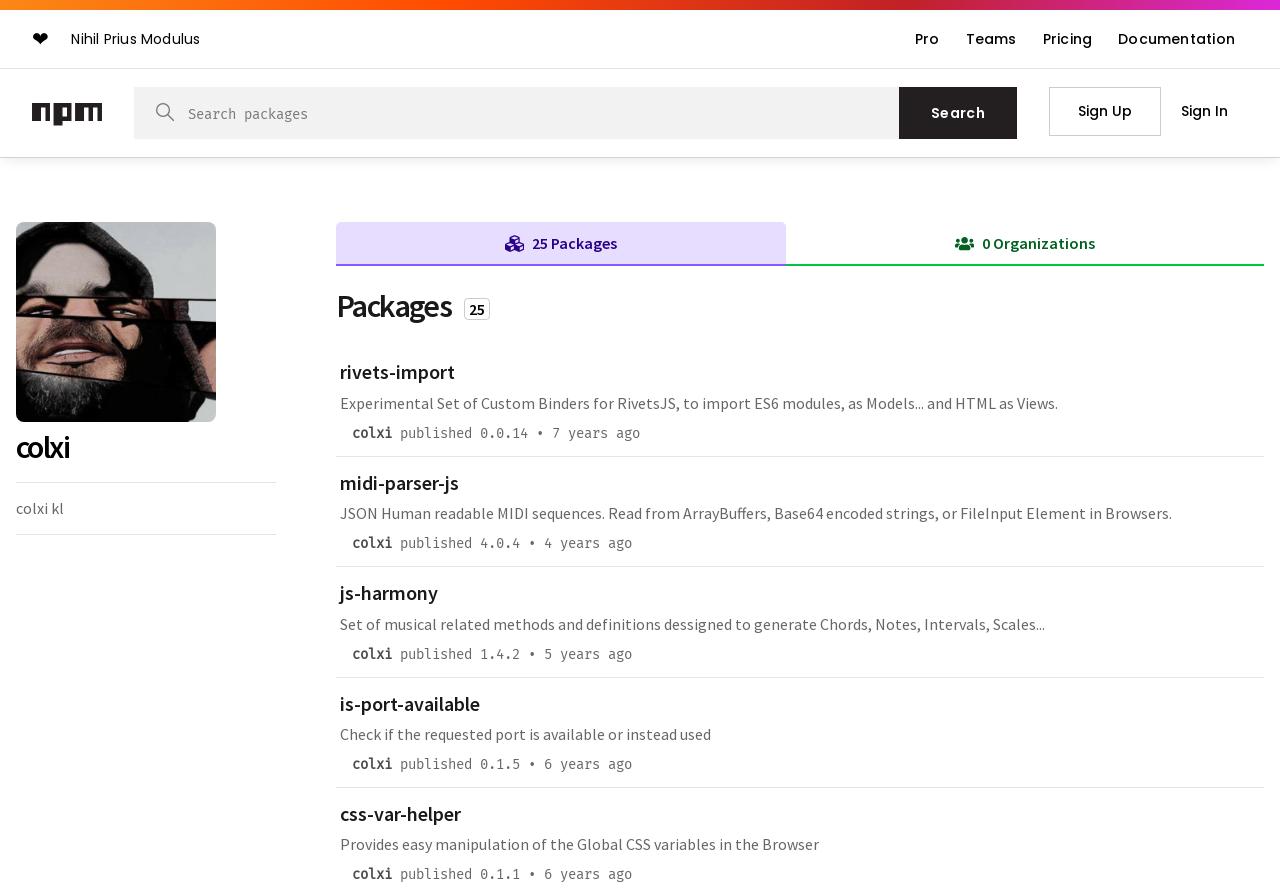 Image resolution: width=1280 pixels, height=895 pixels. I want to click on 'js-harmony', so click(339, 591).